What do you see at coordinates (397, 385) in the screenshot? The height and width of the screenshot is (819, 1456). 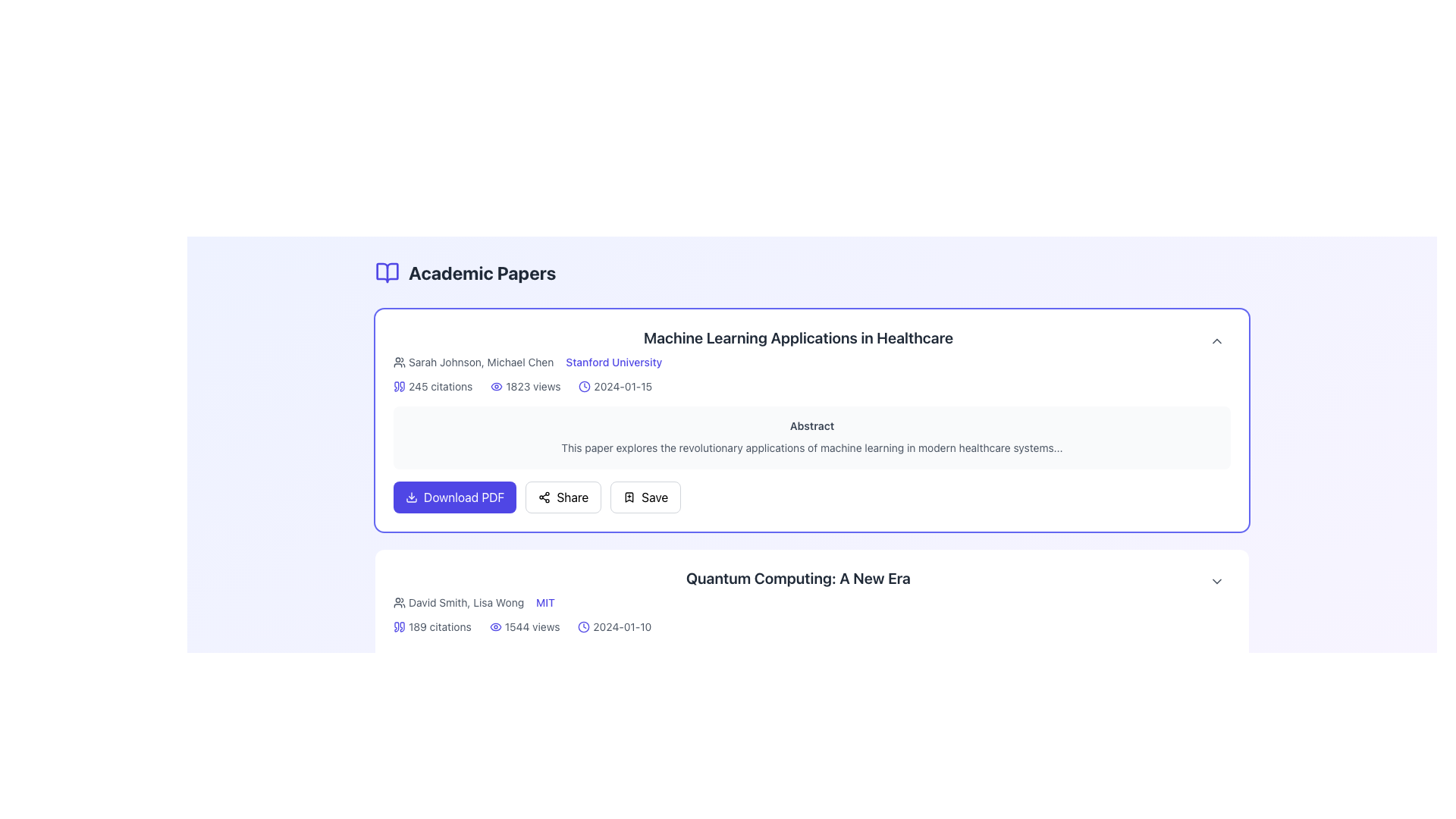 I see `the decorative icon representing quotation marks in the citation section of the first academic paper card on the page` at bounding box center [397, 385].